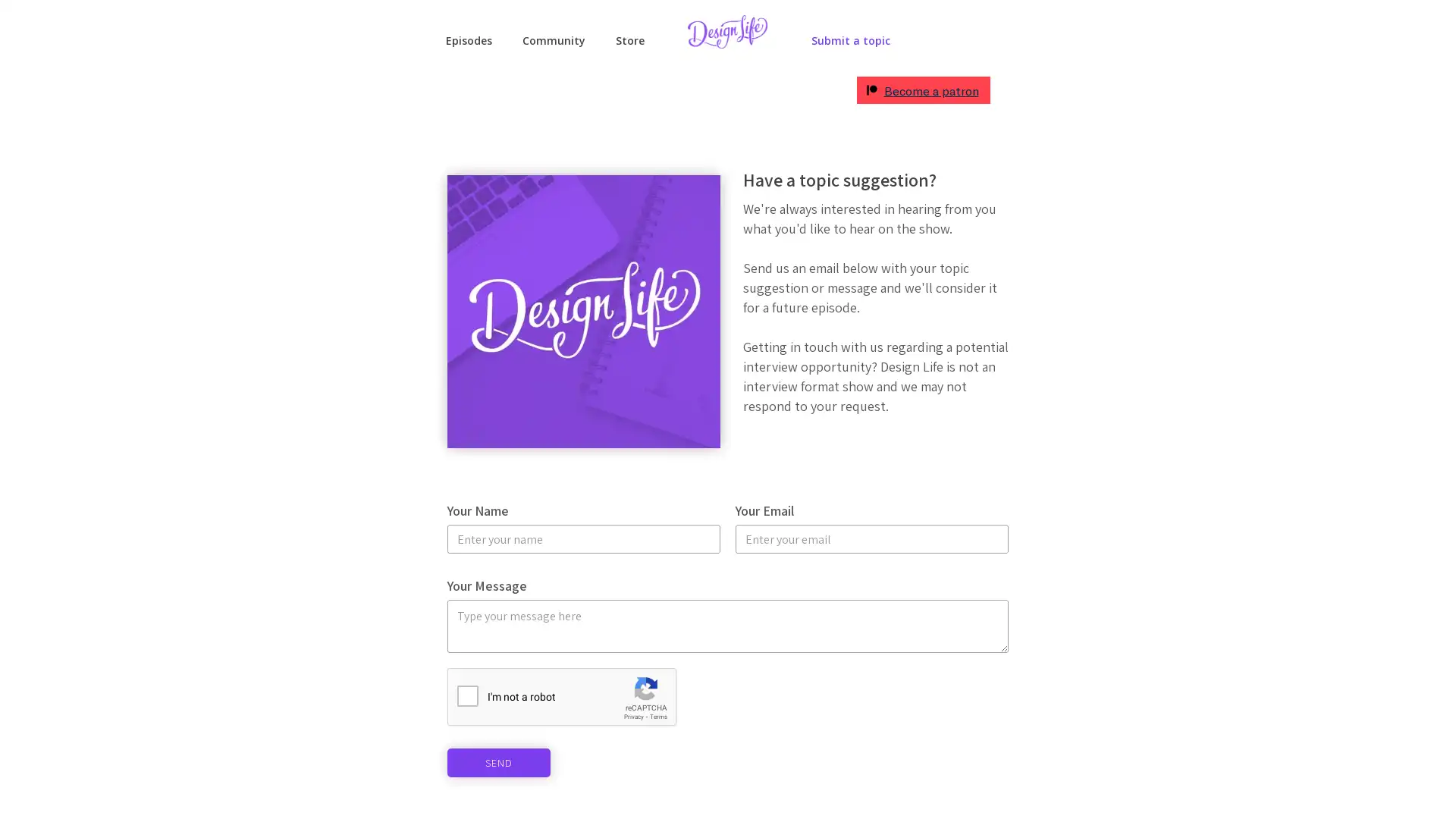 Image resolution: width=1456 pixels, height=819 pixels. Describe the element at coordinates (498, 763) in the screenshot. I see `Send` at that location.